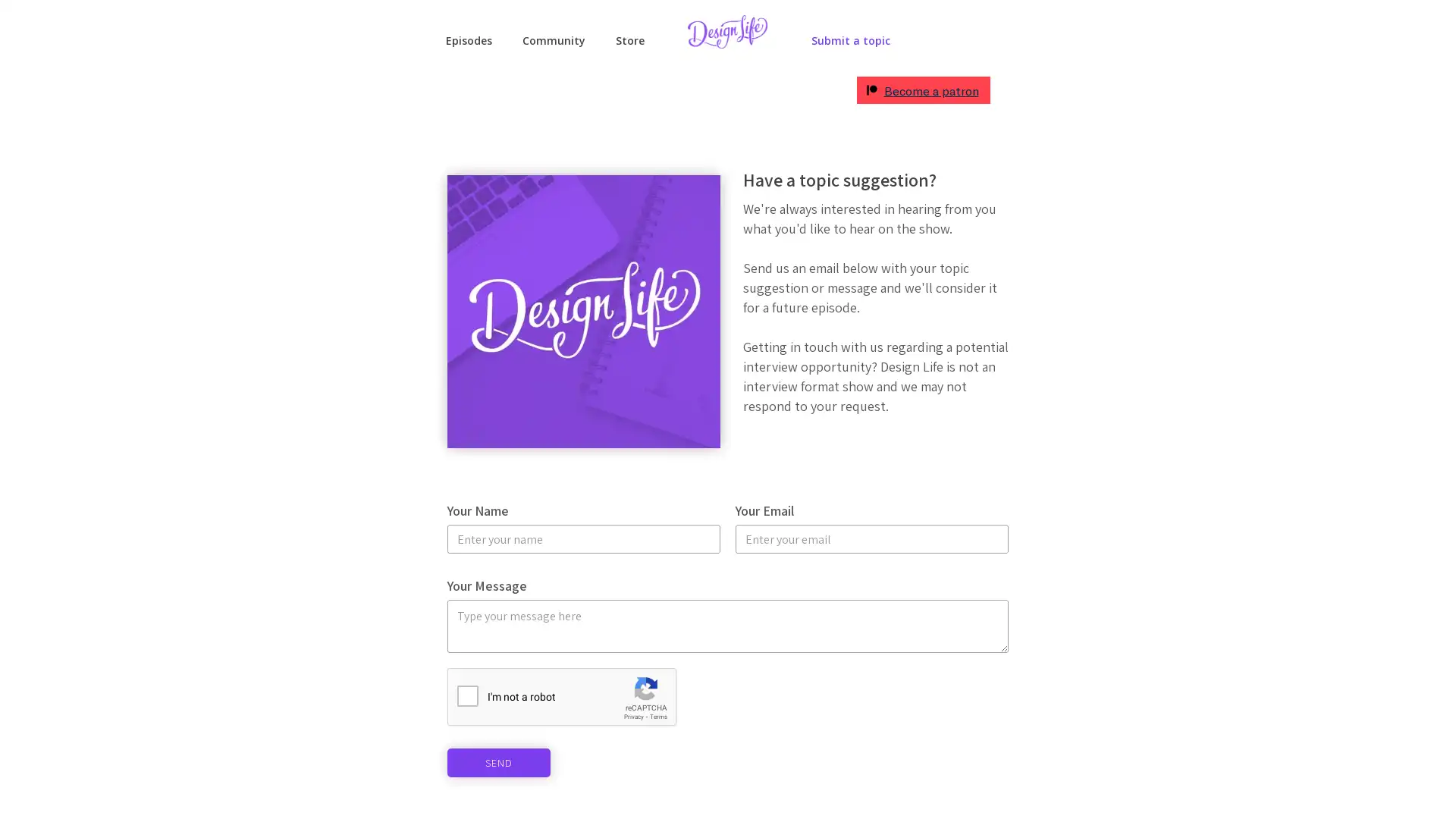 Image resolution: width=1456 pixels, height=819 pixels. Describe the element at coordinates (498, 763) in the screenshot. I see `Send` at that location.